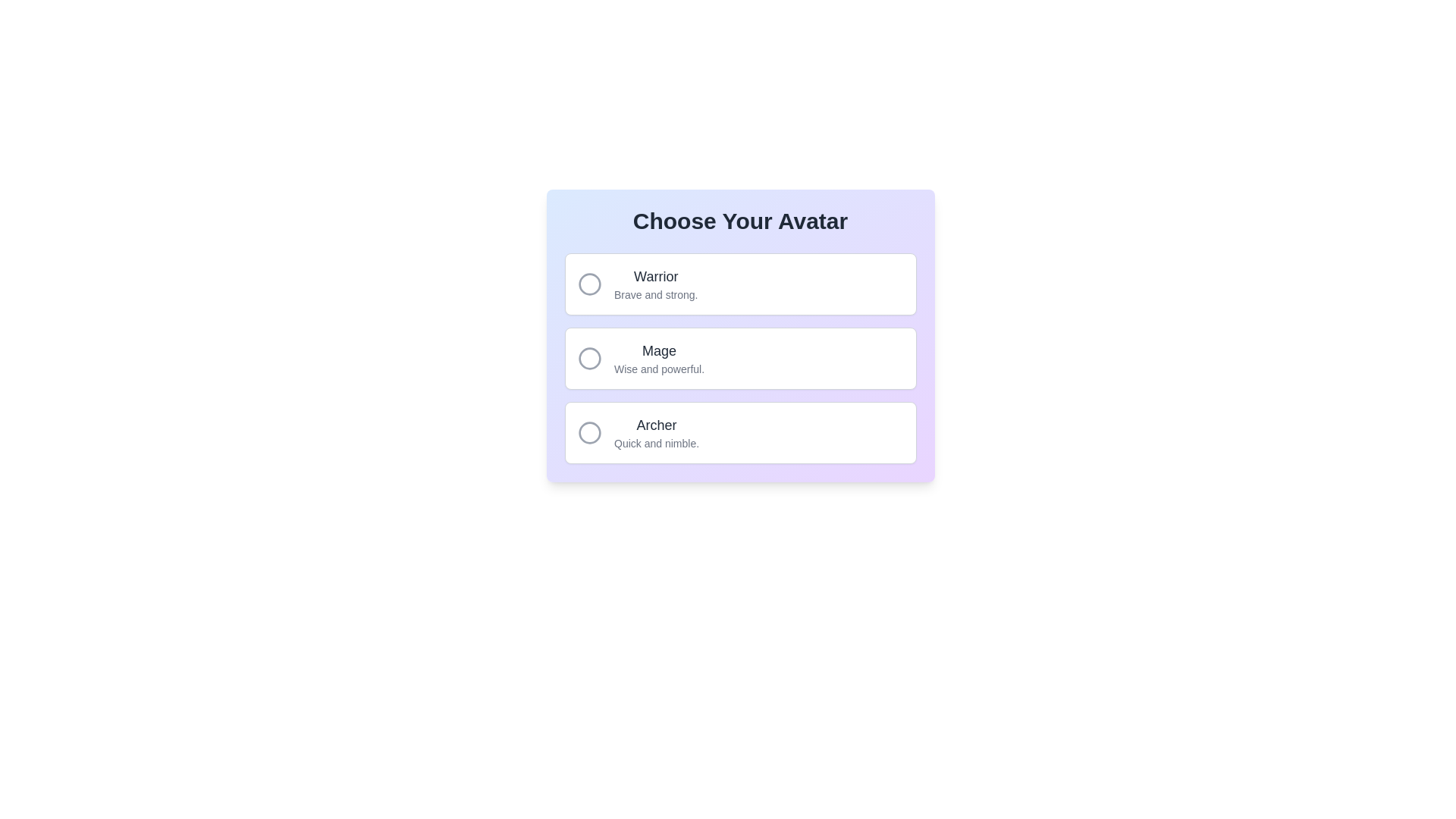 The image size is (1456, 819). Describe the element at coordinates (740, 221) in the screenshot. I see `the text label that says 'Choose Your Avatar', which is prominently styled and located at the top center of the gradient background panel` at that location.